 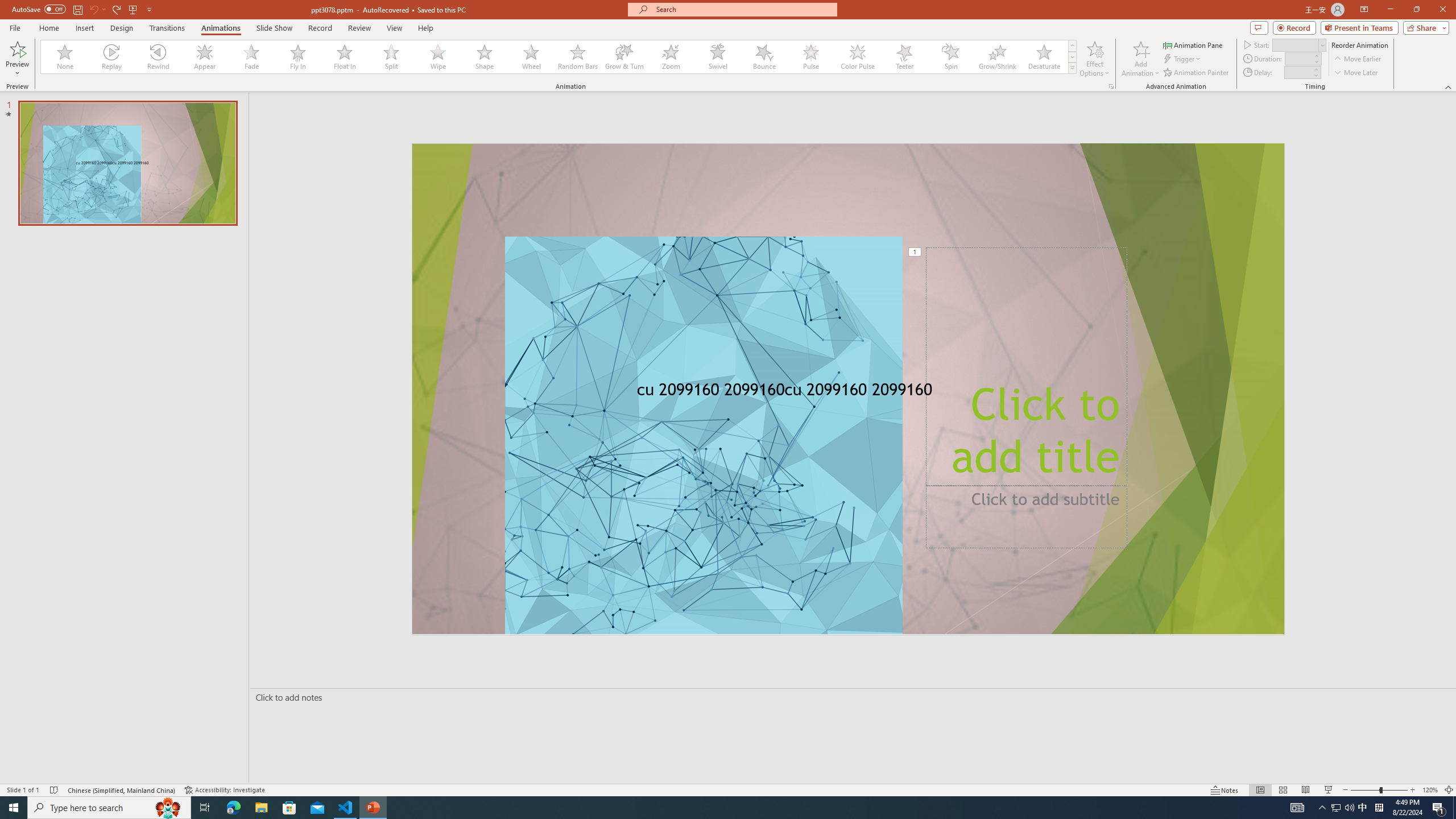 What do you see at coordinates (717, 56) in the screenshot?
I see `'Swivel'` at bounding box center [717, 56].